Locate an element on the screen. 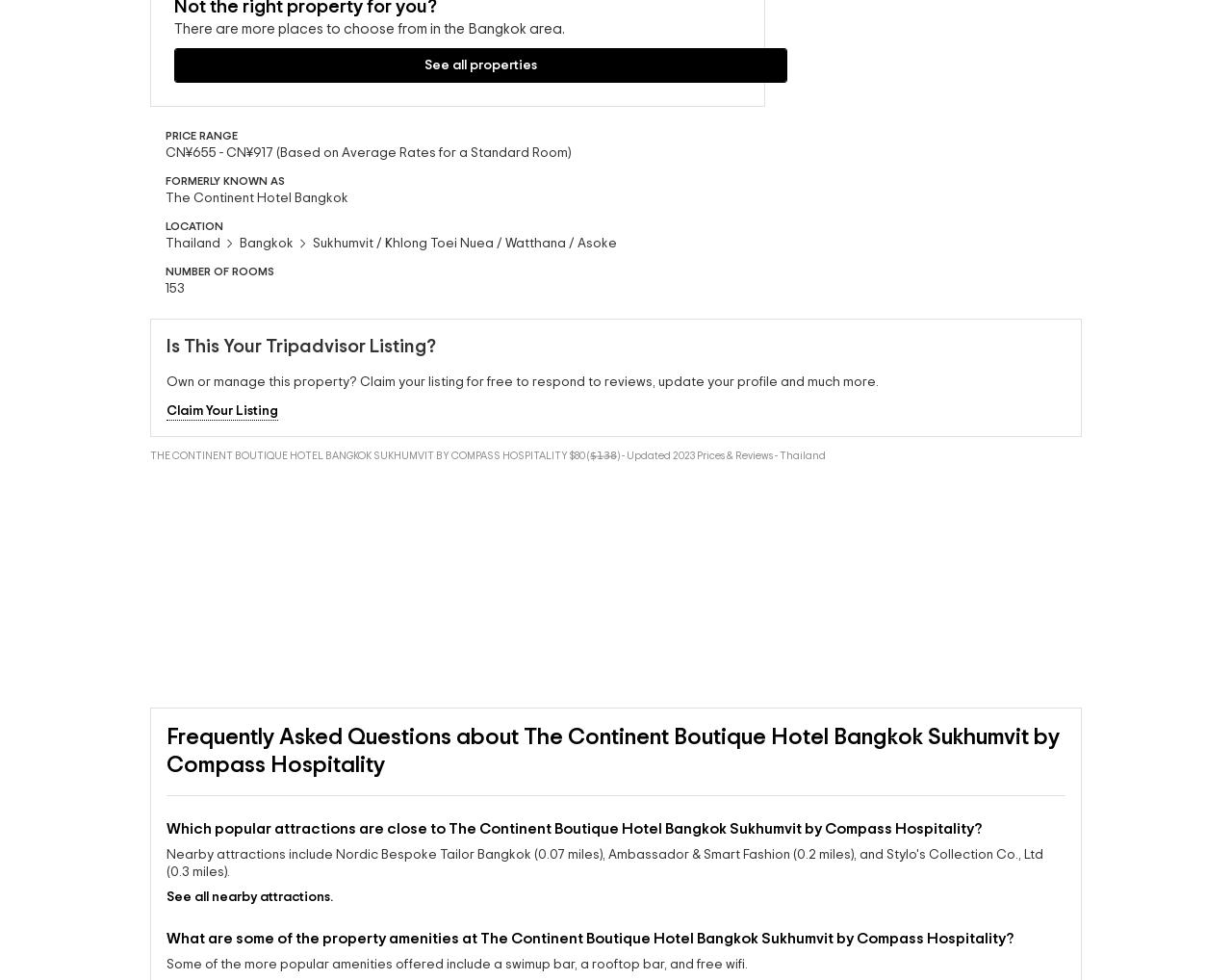  'There are more places to choose from in the' is located at coordinates (173, 81).